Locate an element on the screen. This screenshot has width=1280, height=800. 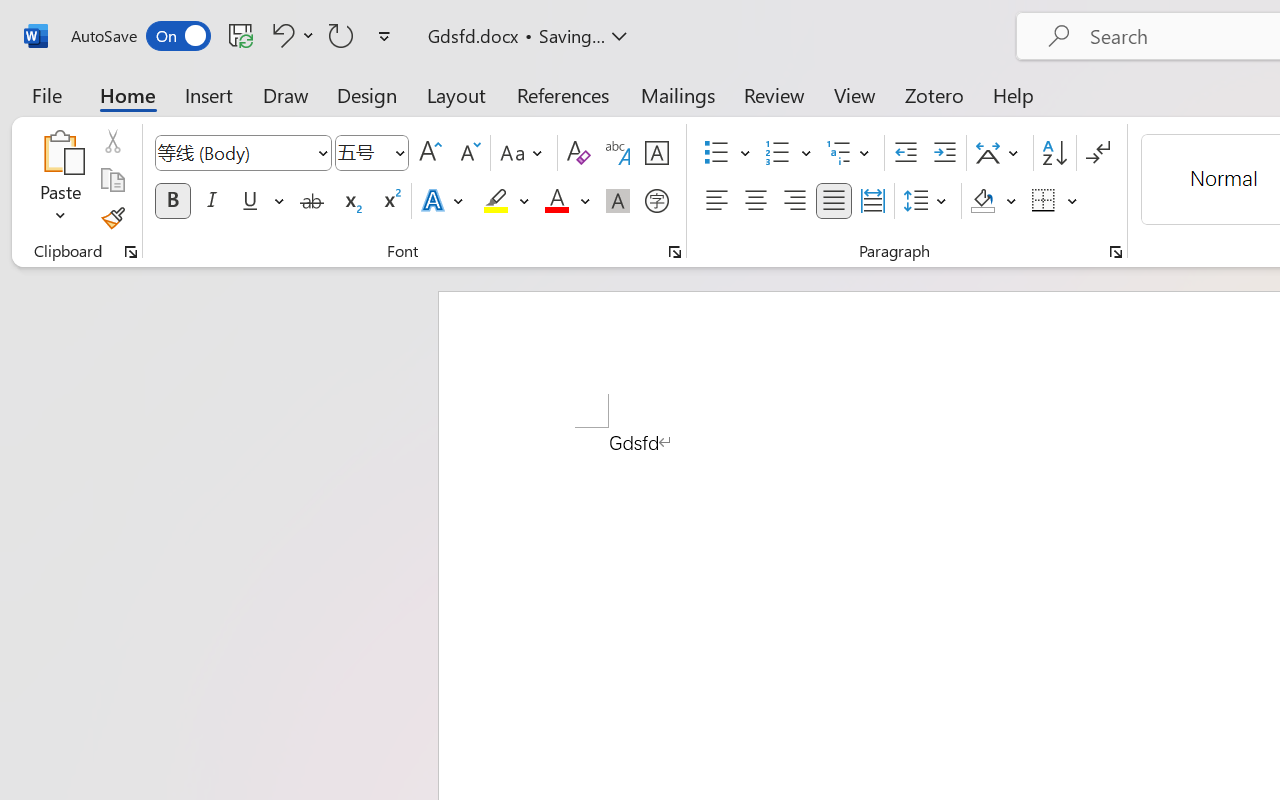
'Clear Formatting' is located at coordinates (577, 153).